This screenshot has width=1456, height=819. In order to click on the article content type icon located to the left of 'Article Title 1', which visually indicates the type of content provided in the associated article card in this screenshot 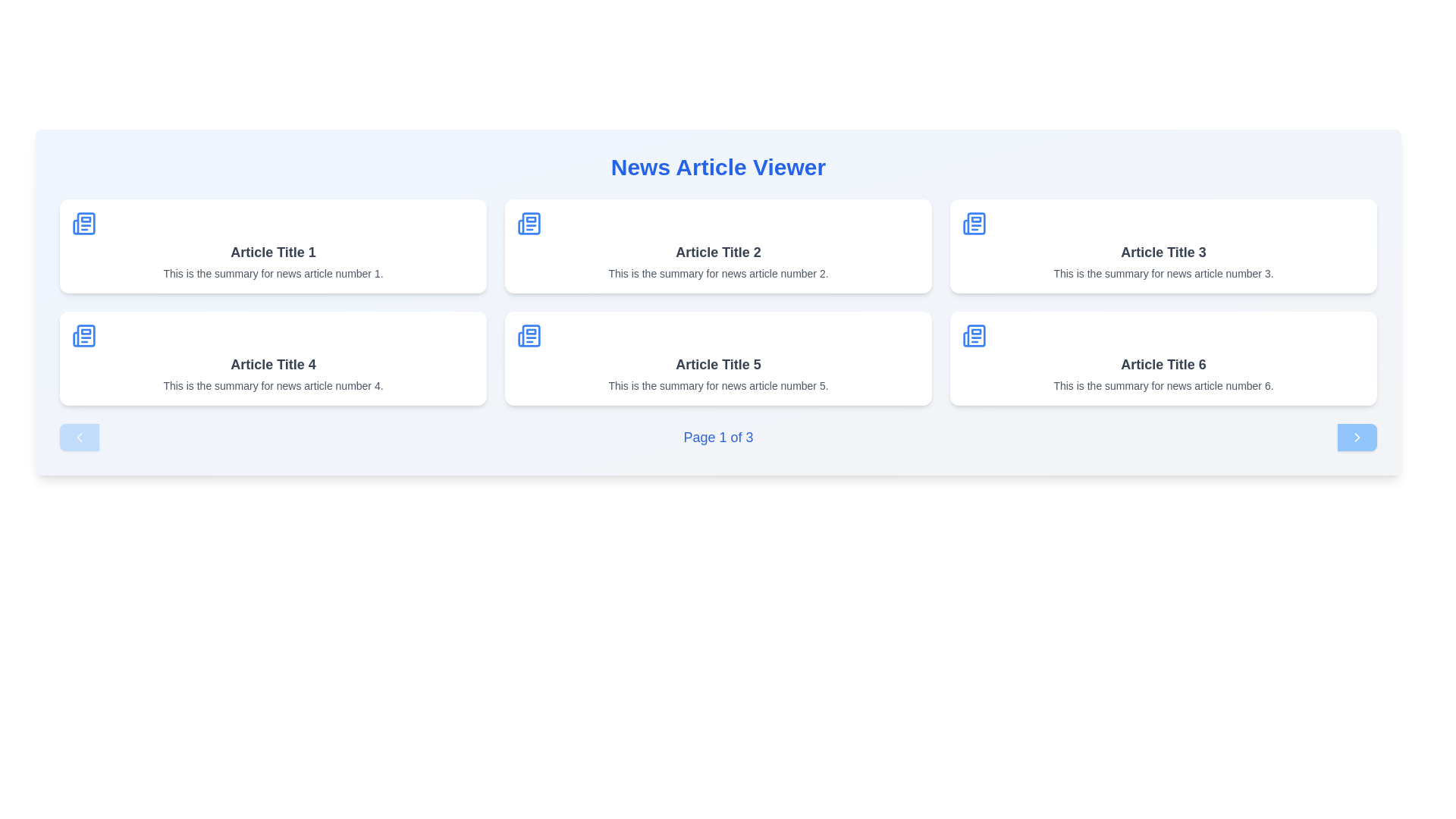, I will do `click(83, 223)`.